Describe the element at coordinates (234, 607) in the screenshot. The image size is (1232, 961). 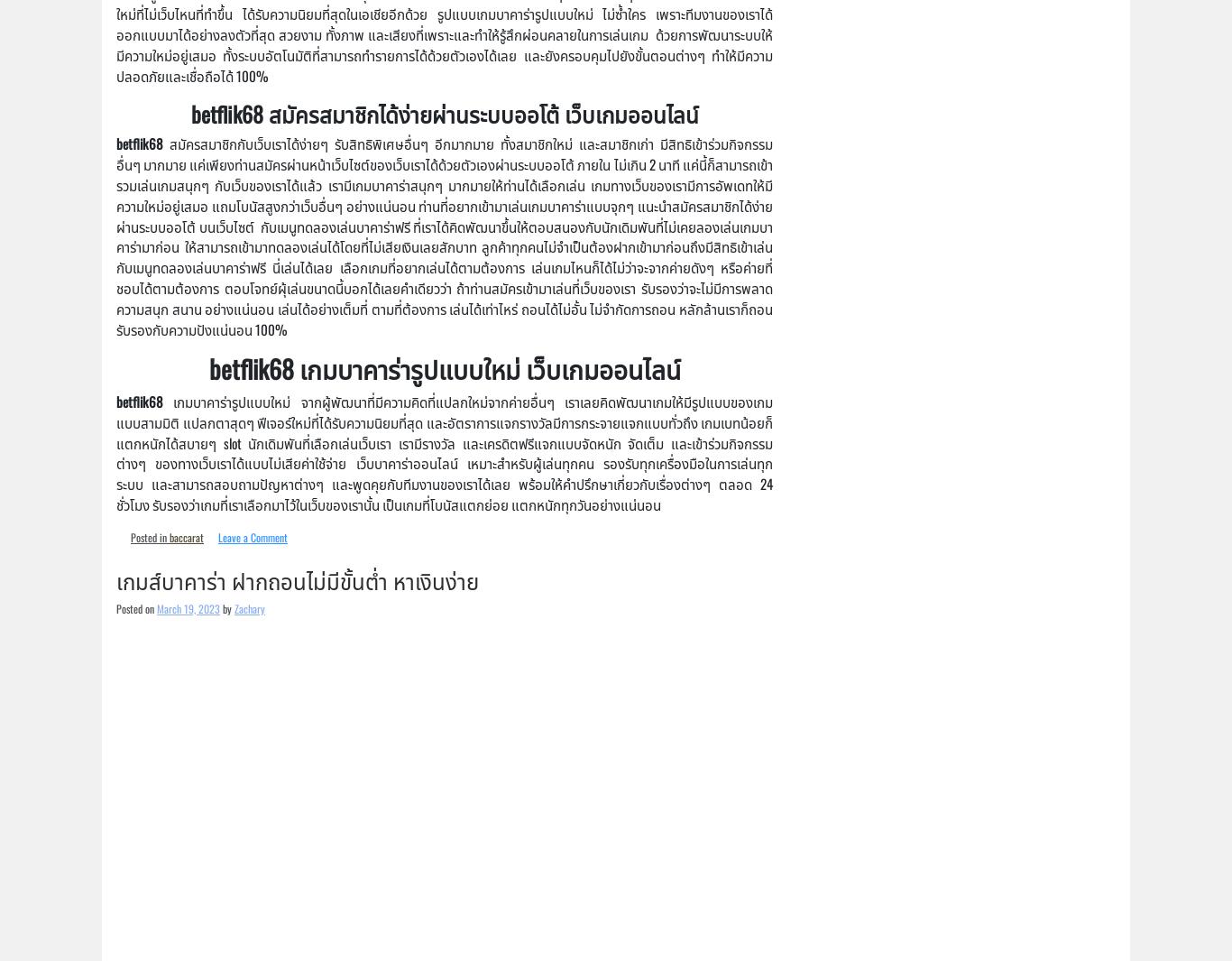
I see `'Zachary'` at that location.